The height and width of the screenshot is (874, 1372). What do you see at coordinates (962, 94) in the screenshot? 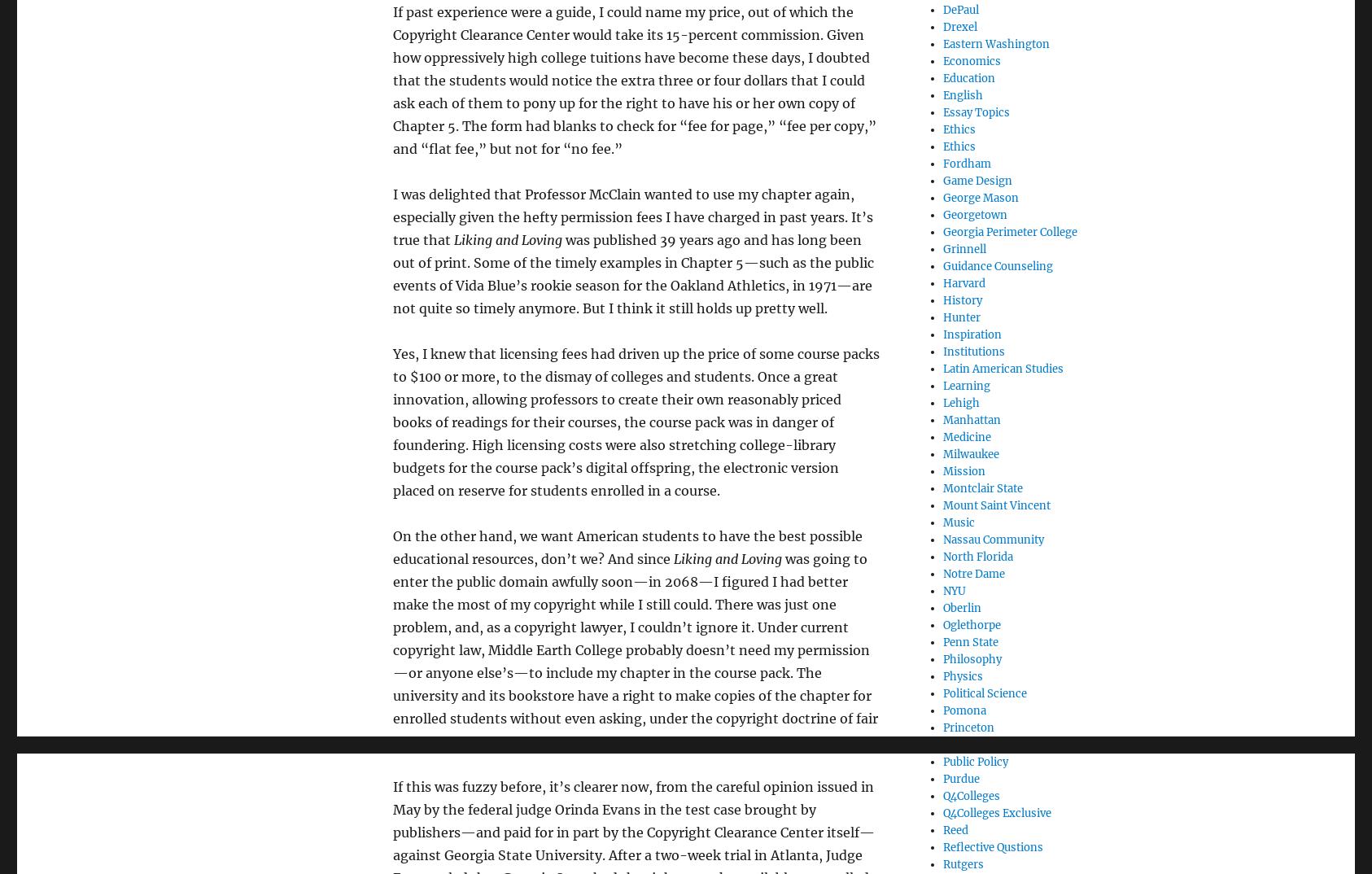
I see `'English'` at bounding box center [962, 94].